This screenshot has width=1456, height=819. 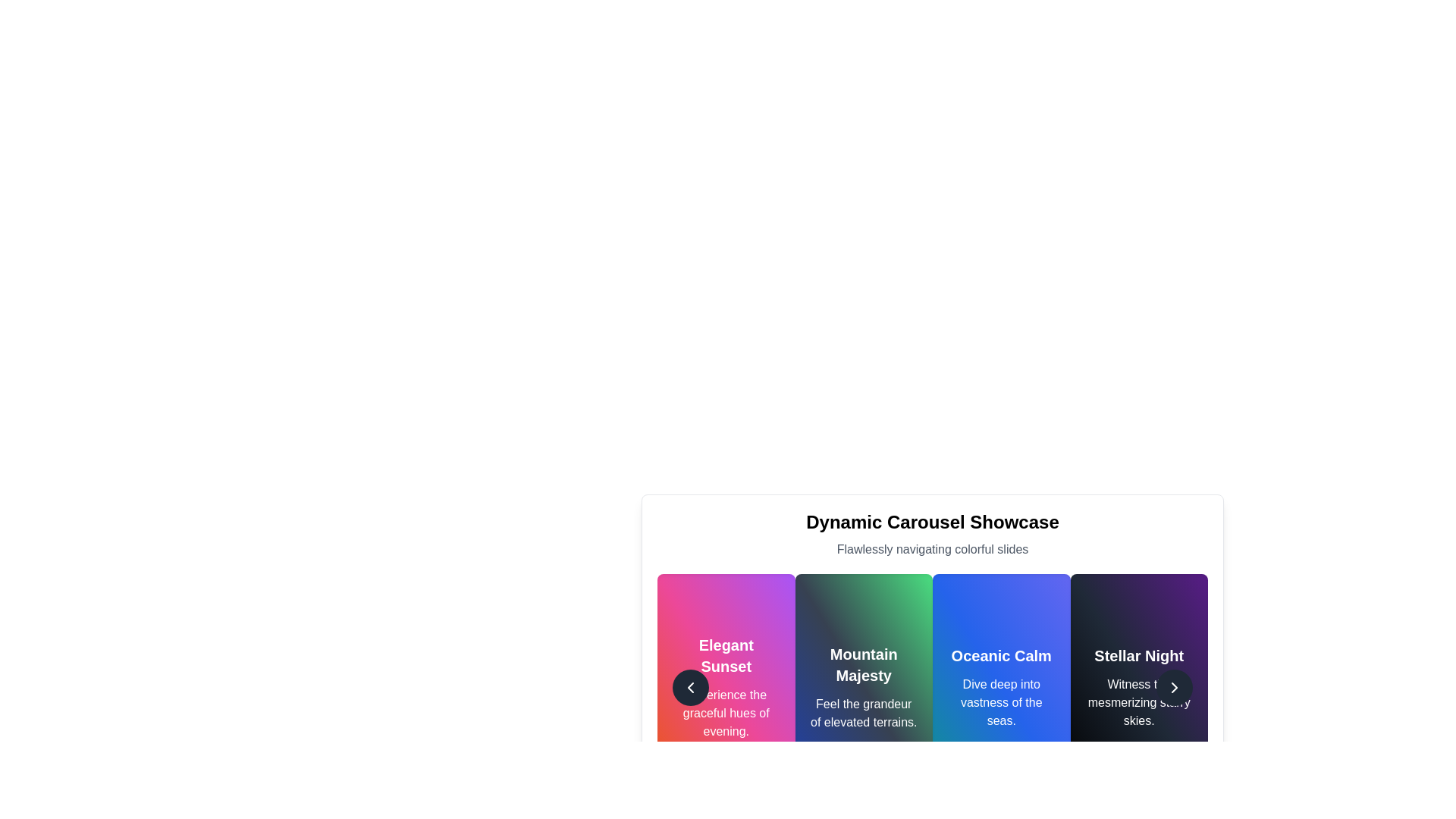 I want to click on the left-pointing chevron arrow button, which is dark gray with a white arrow, so click(x=690, y=687).